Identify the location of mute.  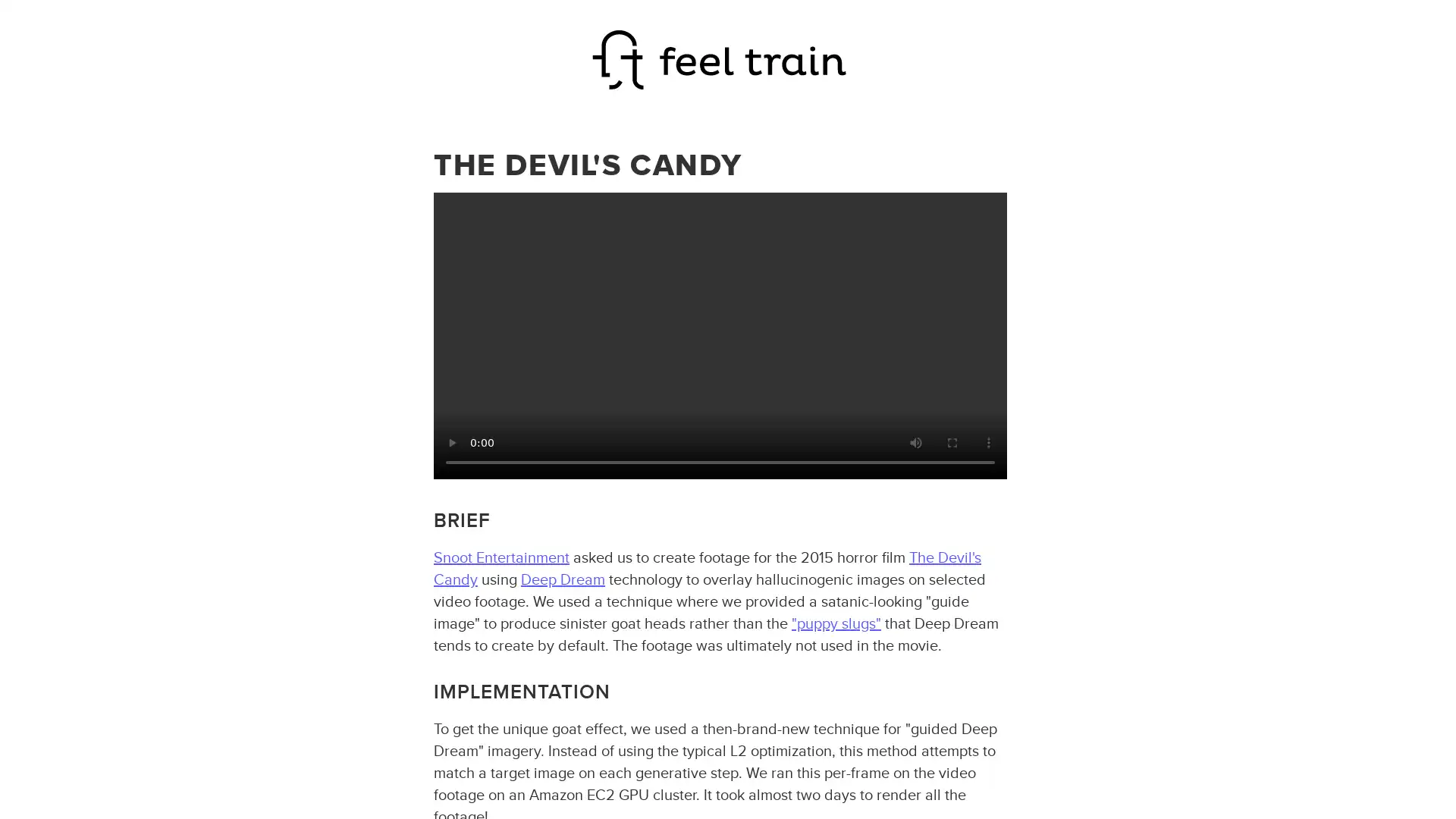
(914, 442).